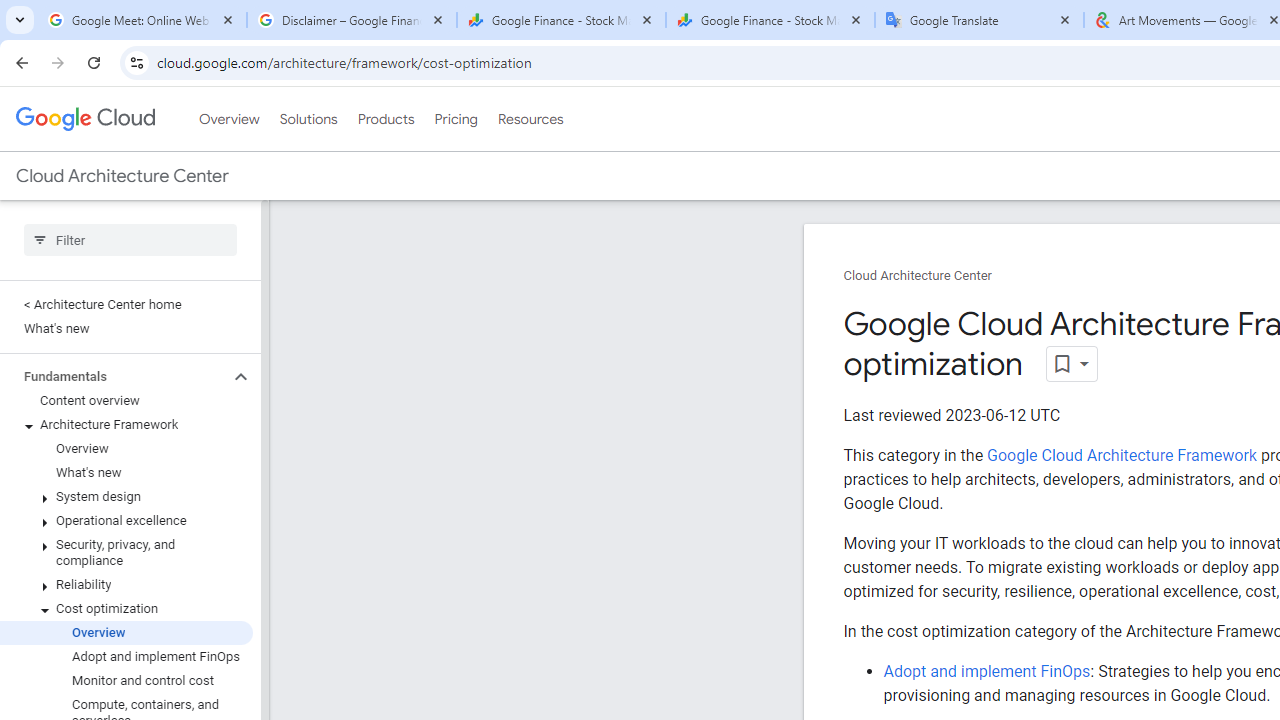 This screenshot has width=1280, height=720. What do you see at coordinates (307, 119) in the screenshot?
I see `'Solutions'` at bounding box center [307, 119].